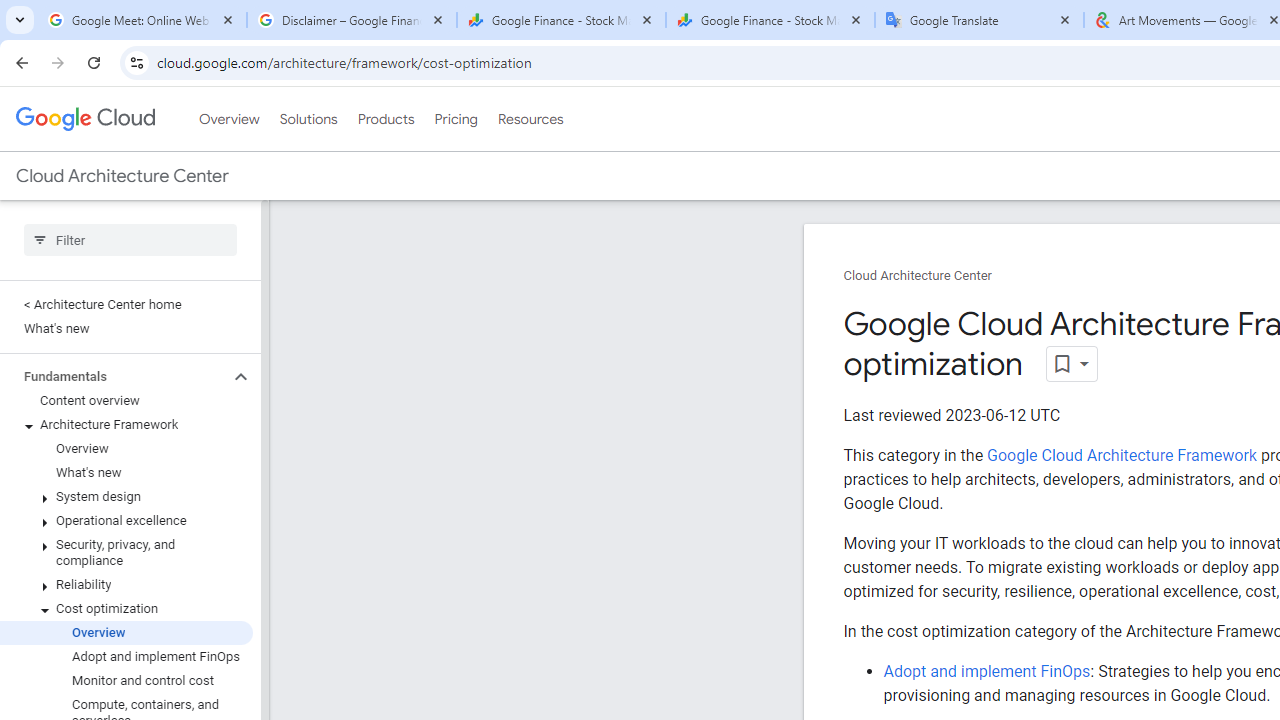 This screenshot has width=1280, height=720. What do you see at coordinates (307, 119) in the screenshot?
I see `'Solutions'` at bounding box center [307, 119].